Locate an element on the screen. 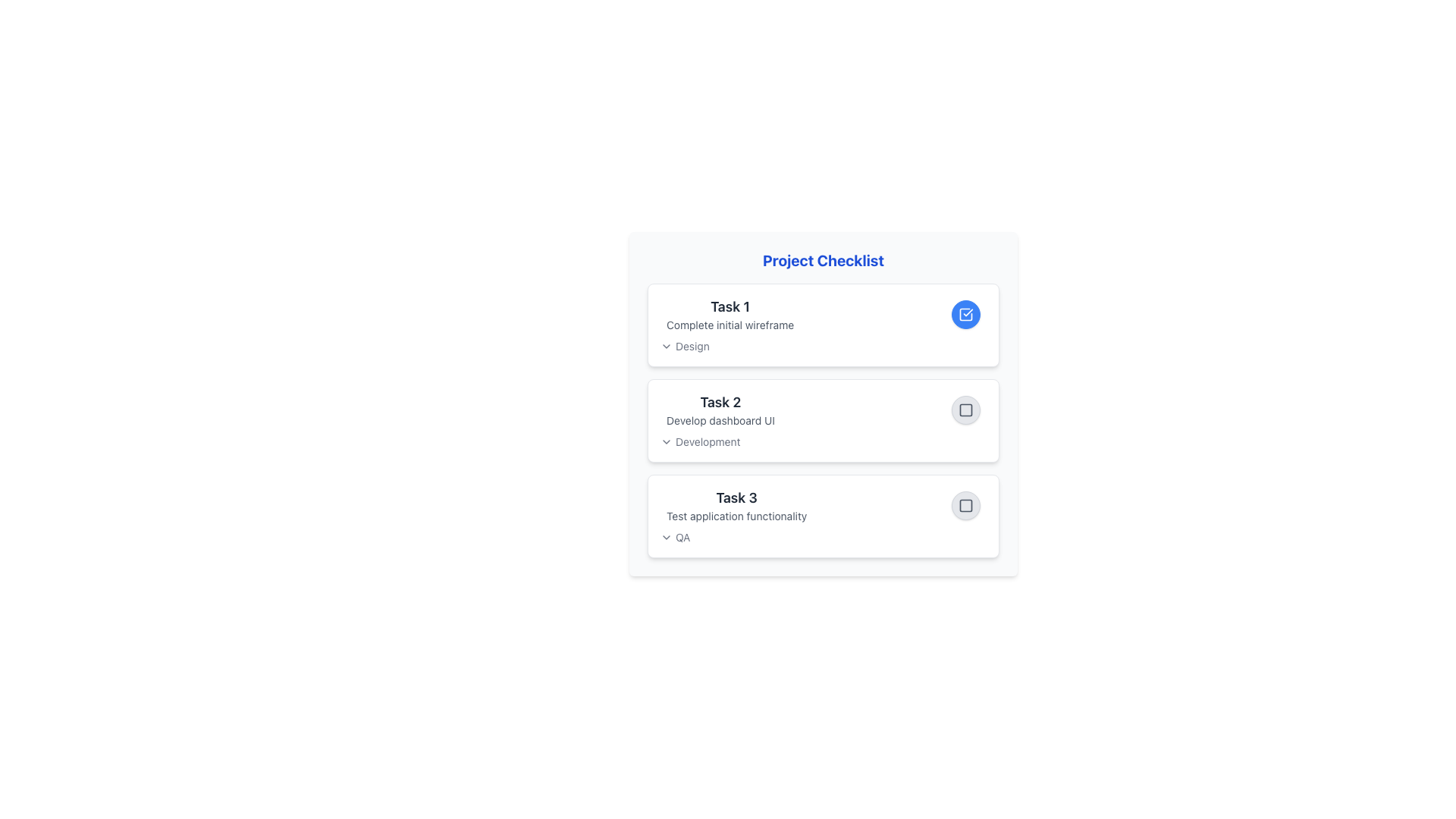 The width and height of the screenshot is (1456, 819). and interpret the text label displaying 'QA' which is located in the third task section of the 'Project Checklist' is located at coordinates (682, 537).